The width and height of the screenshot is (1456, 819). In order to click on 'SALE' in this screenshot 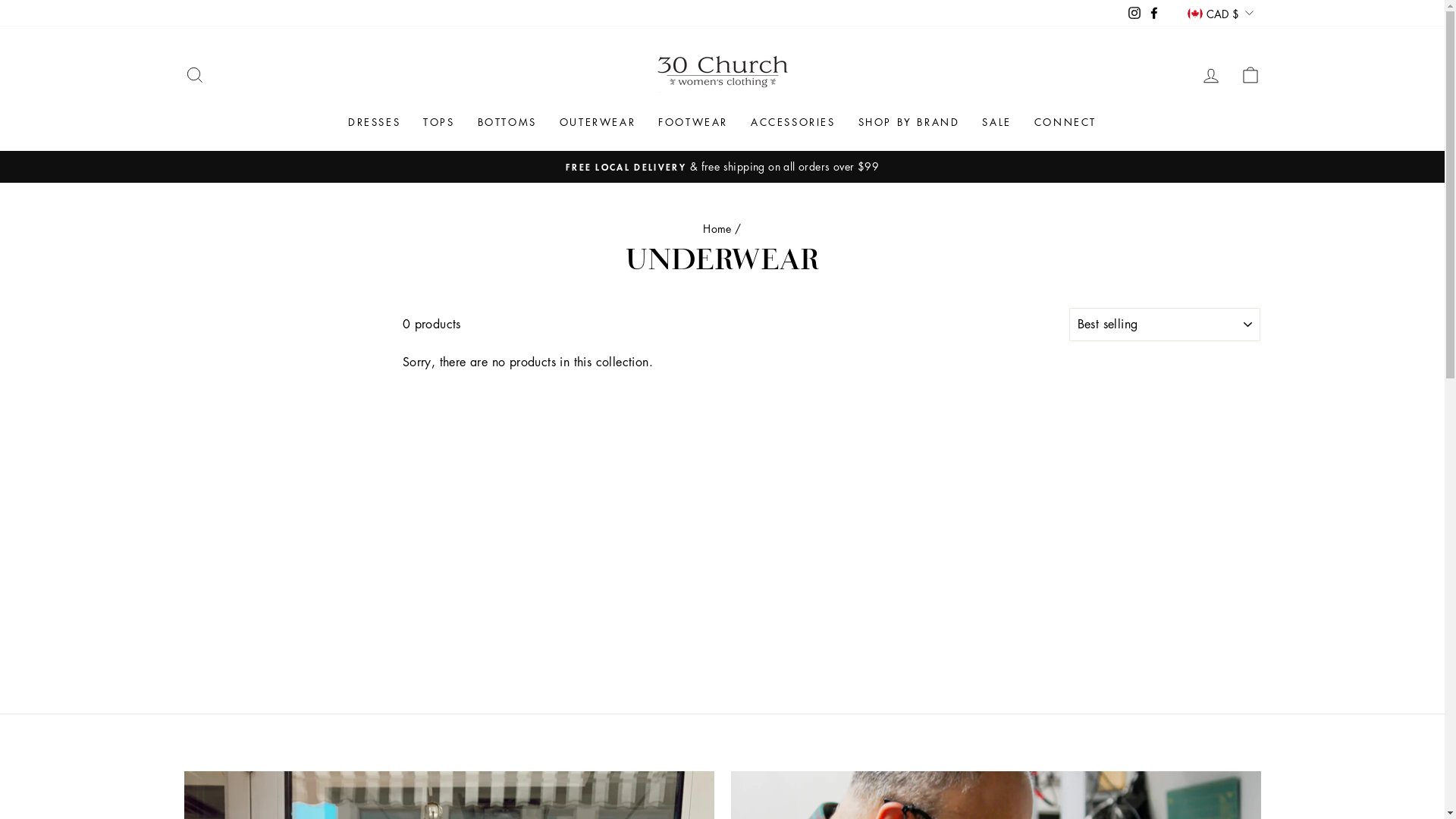, I will do `click(996, 122)`.